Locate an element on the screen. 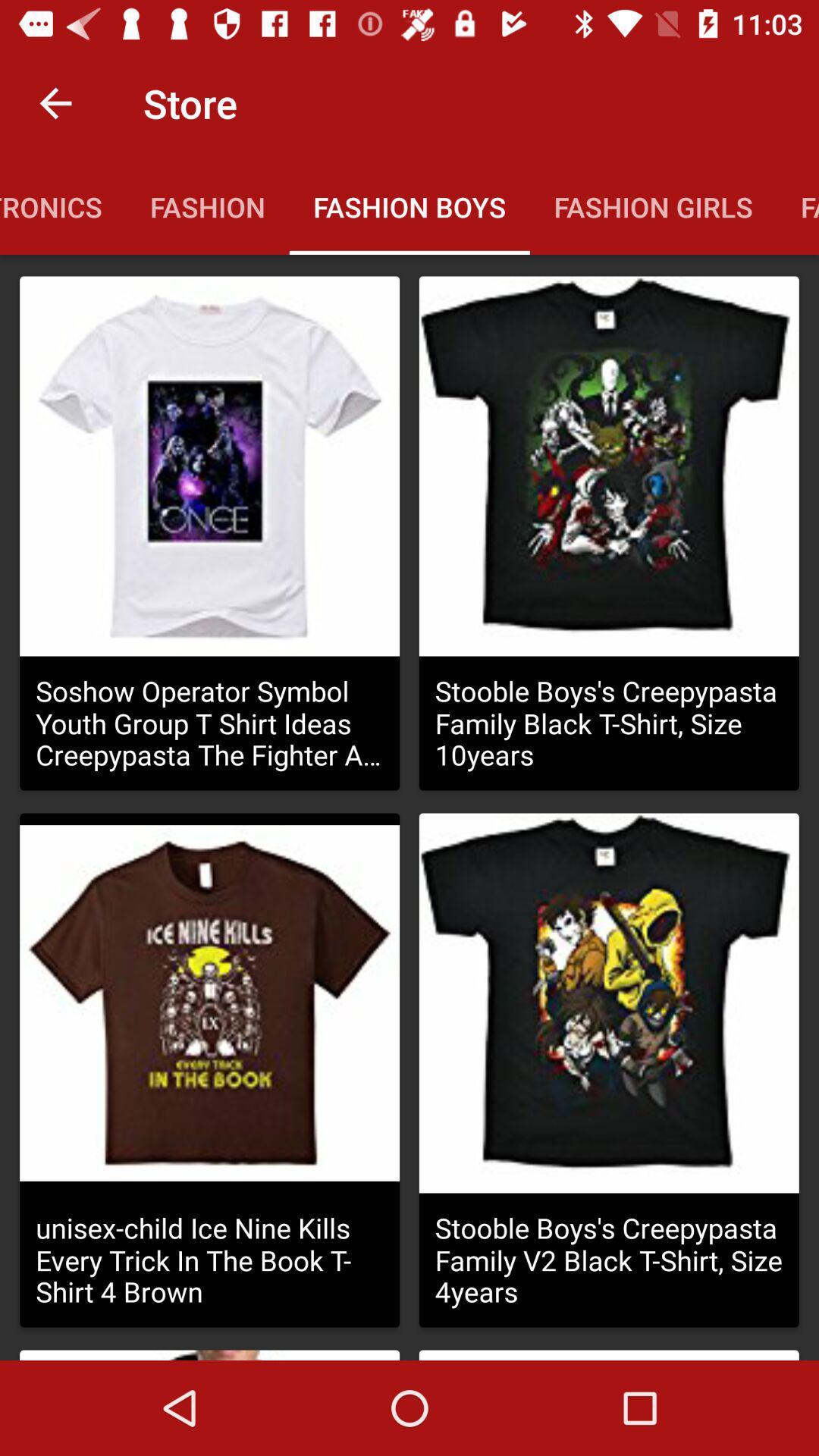 The width and height of the screenshot is (819, 1456). item to the left of store is located at coordinates (55, 102).